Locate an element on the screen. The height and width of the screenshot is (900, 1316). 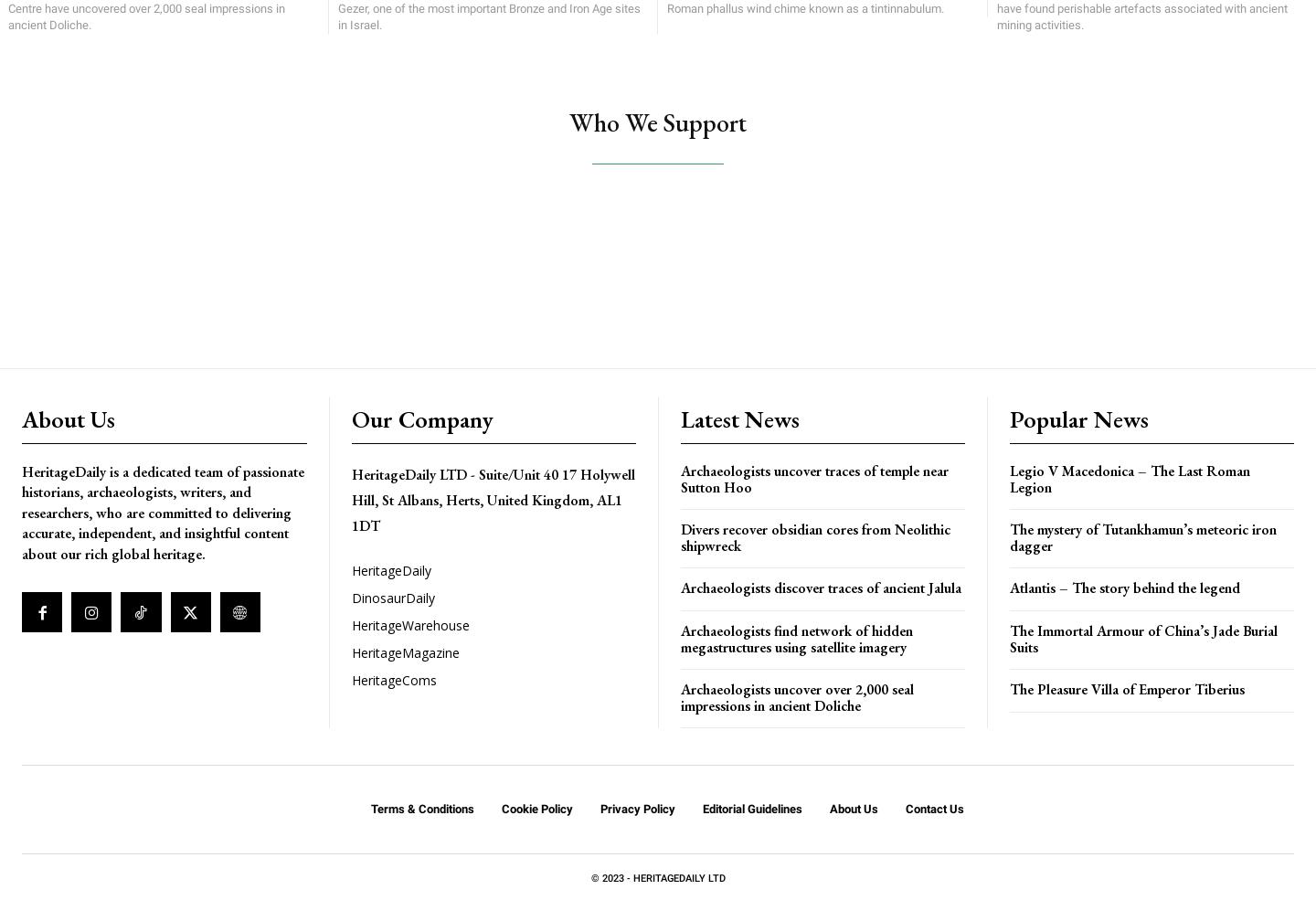
'The Immortal Armour of China’s Jade Burial Suits' is located at coordinates (1142, 638).